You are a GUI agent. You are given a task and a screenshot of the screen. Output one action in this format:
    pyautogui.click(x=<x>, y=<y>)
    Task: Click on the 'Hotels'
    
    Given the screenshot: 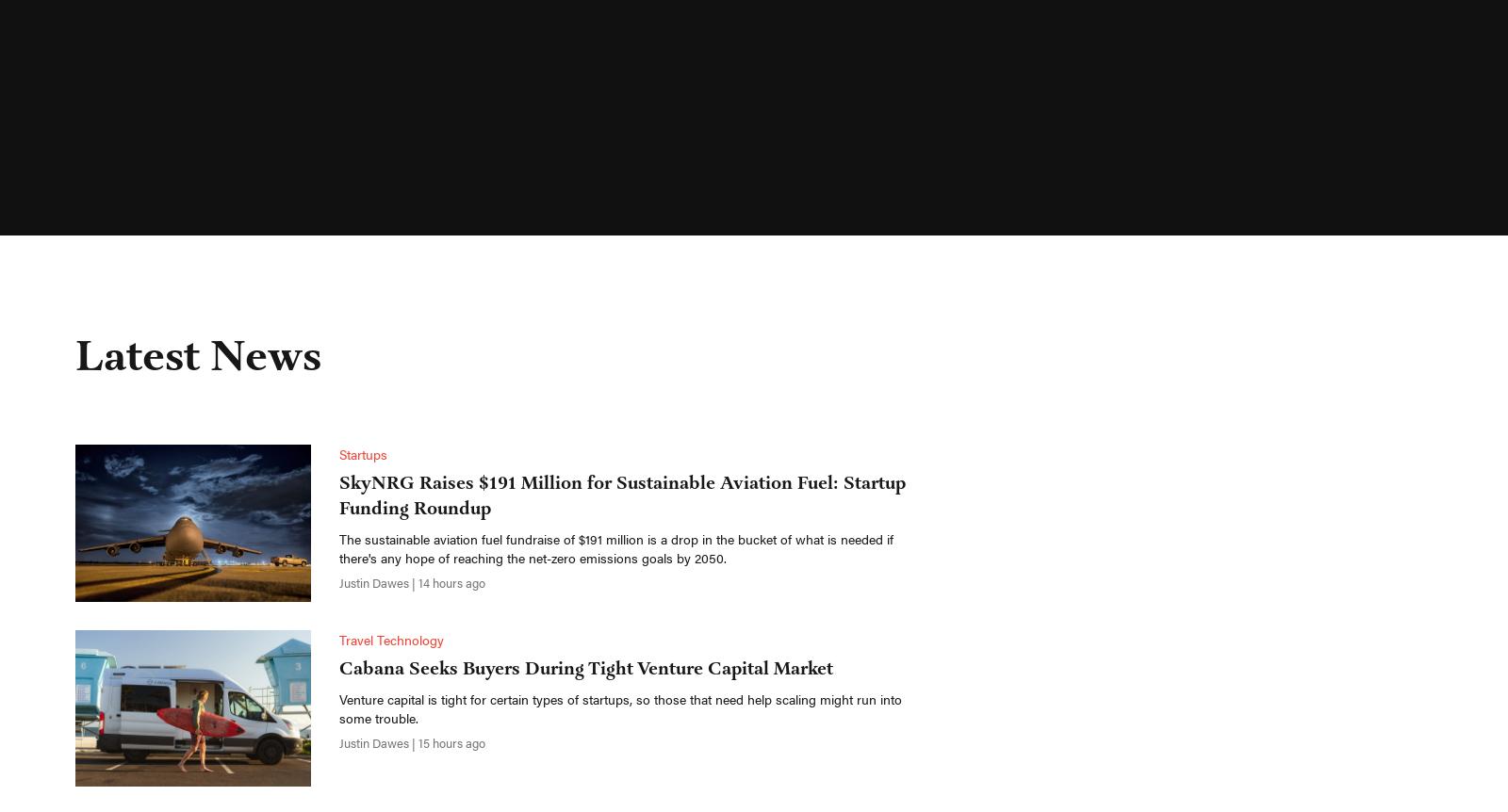 What is the action you would take?
    pyautogui.click(x=357, y=284)
    